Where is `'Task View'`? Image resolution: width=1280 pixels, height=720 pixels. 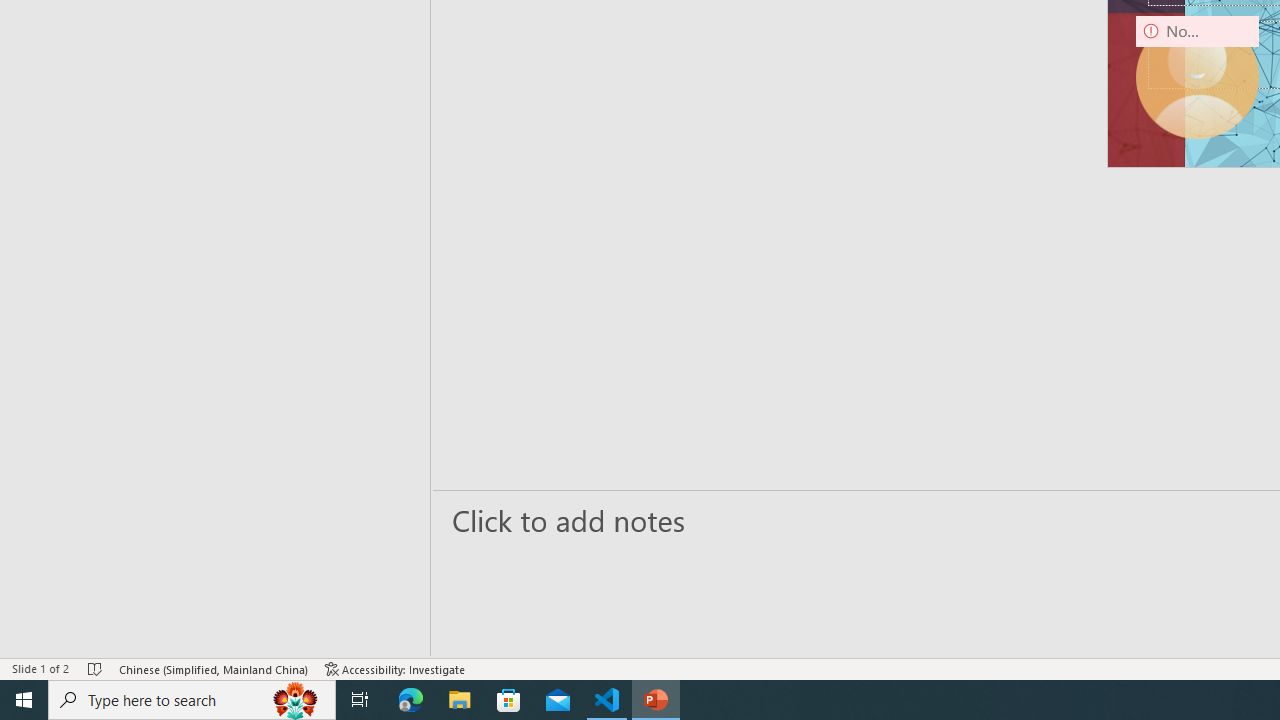
'Task View' is located at coordinates (359, 698).